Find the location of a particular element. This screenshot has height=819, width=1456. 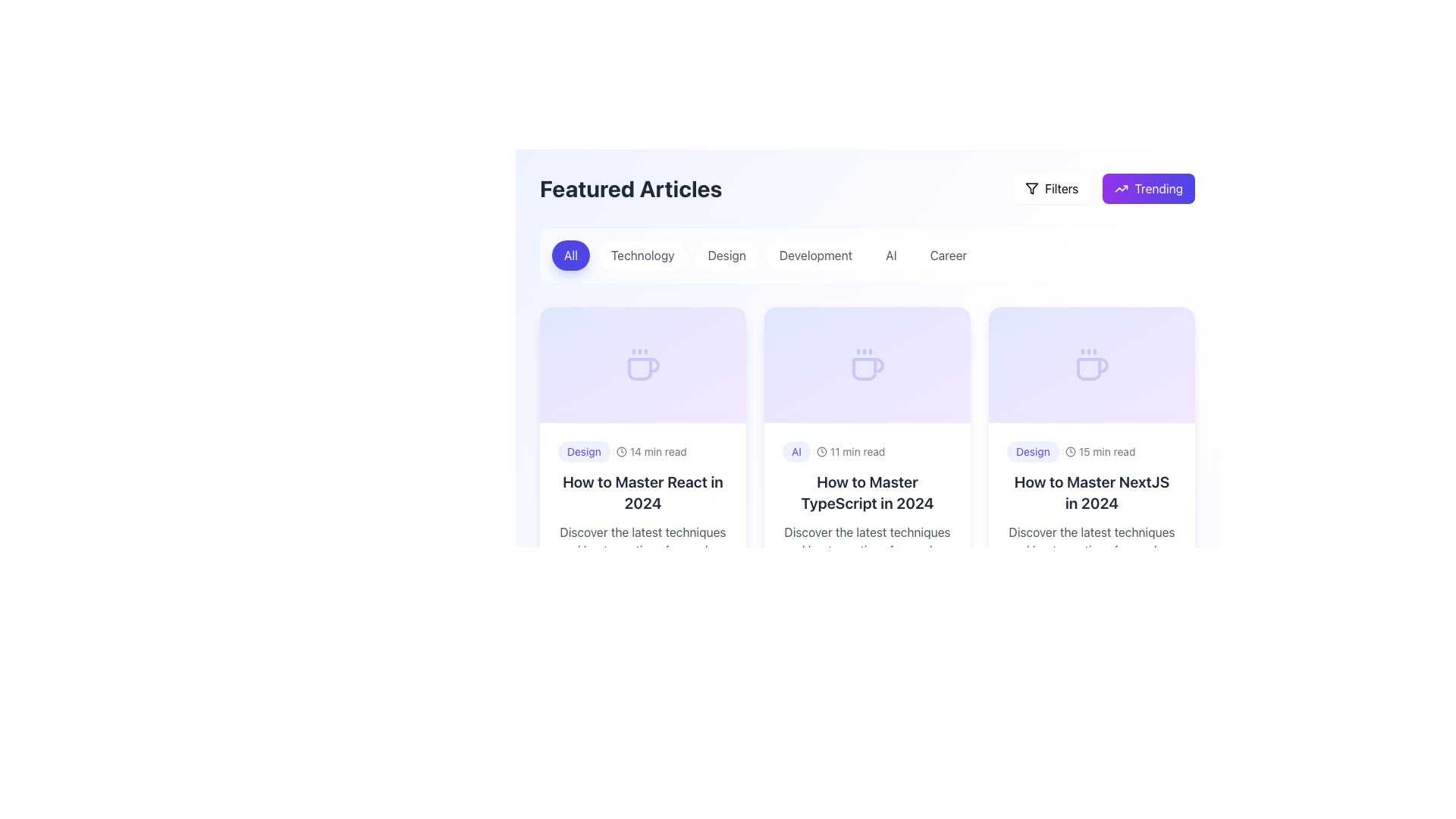

the 'AI' button, which is a small, rounded rectangle with a white background and gray text, positioned under the 'Featured Articles' heading as the fifth button from the left is located at coordinates (891, 254).